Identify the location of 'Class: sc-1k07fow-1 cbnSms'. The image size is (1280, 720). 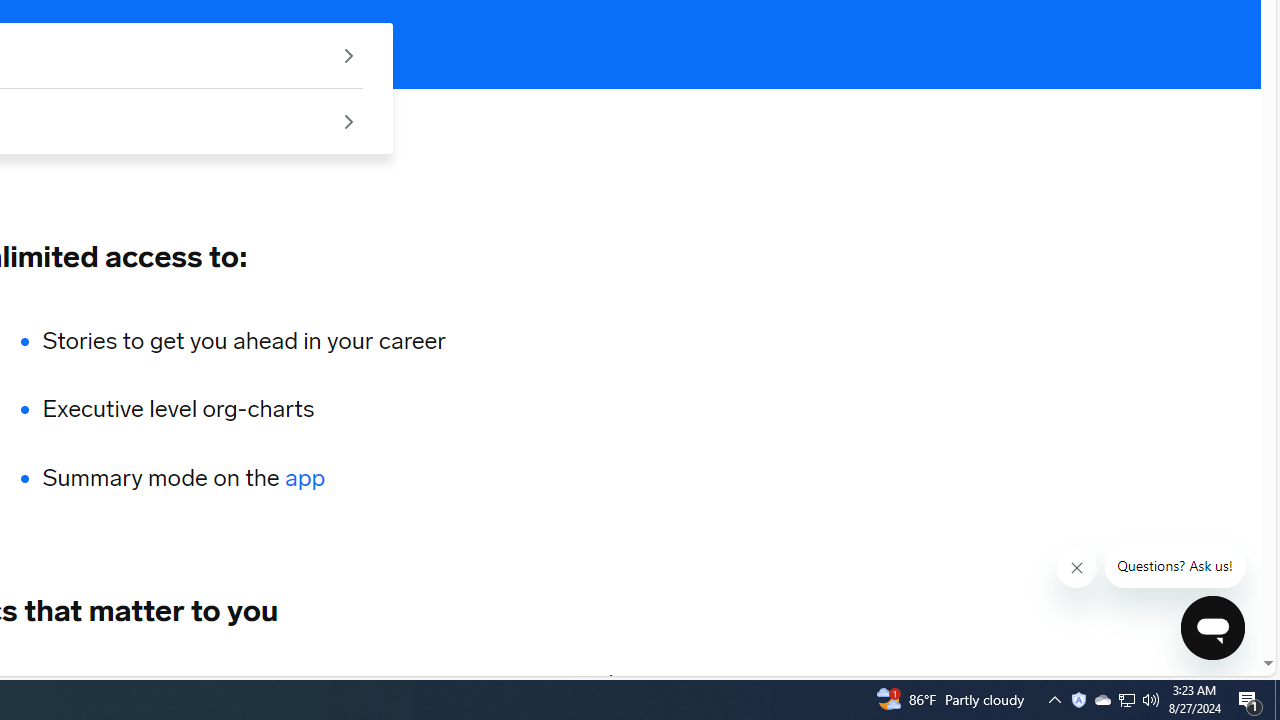
(1211, 626).